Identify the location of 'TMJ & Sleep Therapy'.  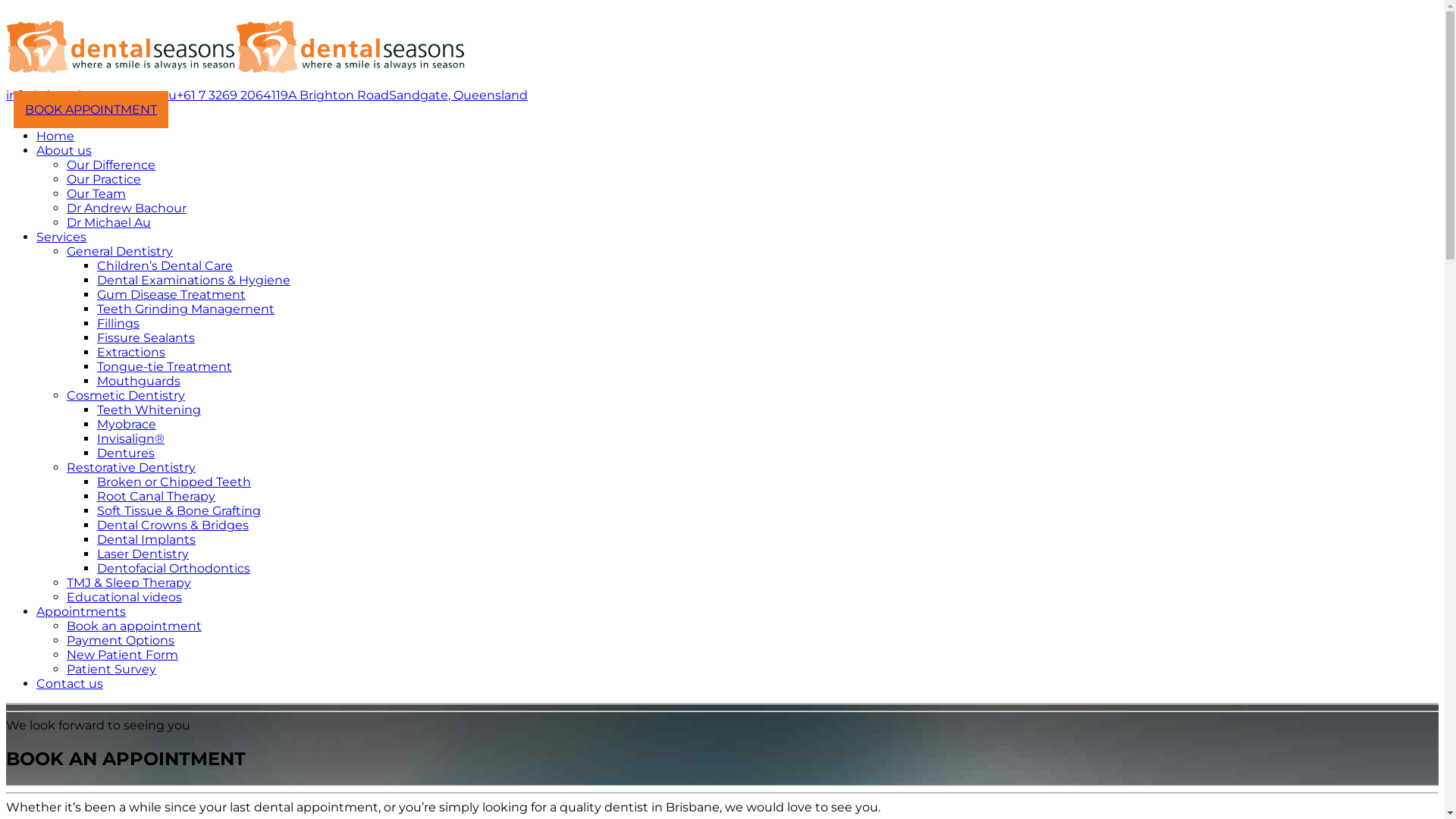
(65, 582).